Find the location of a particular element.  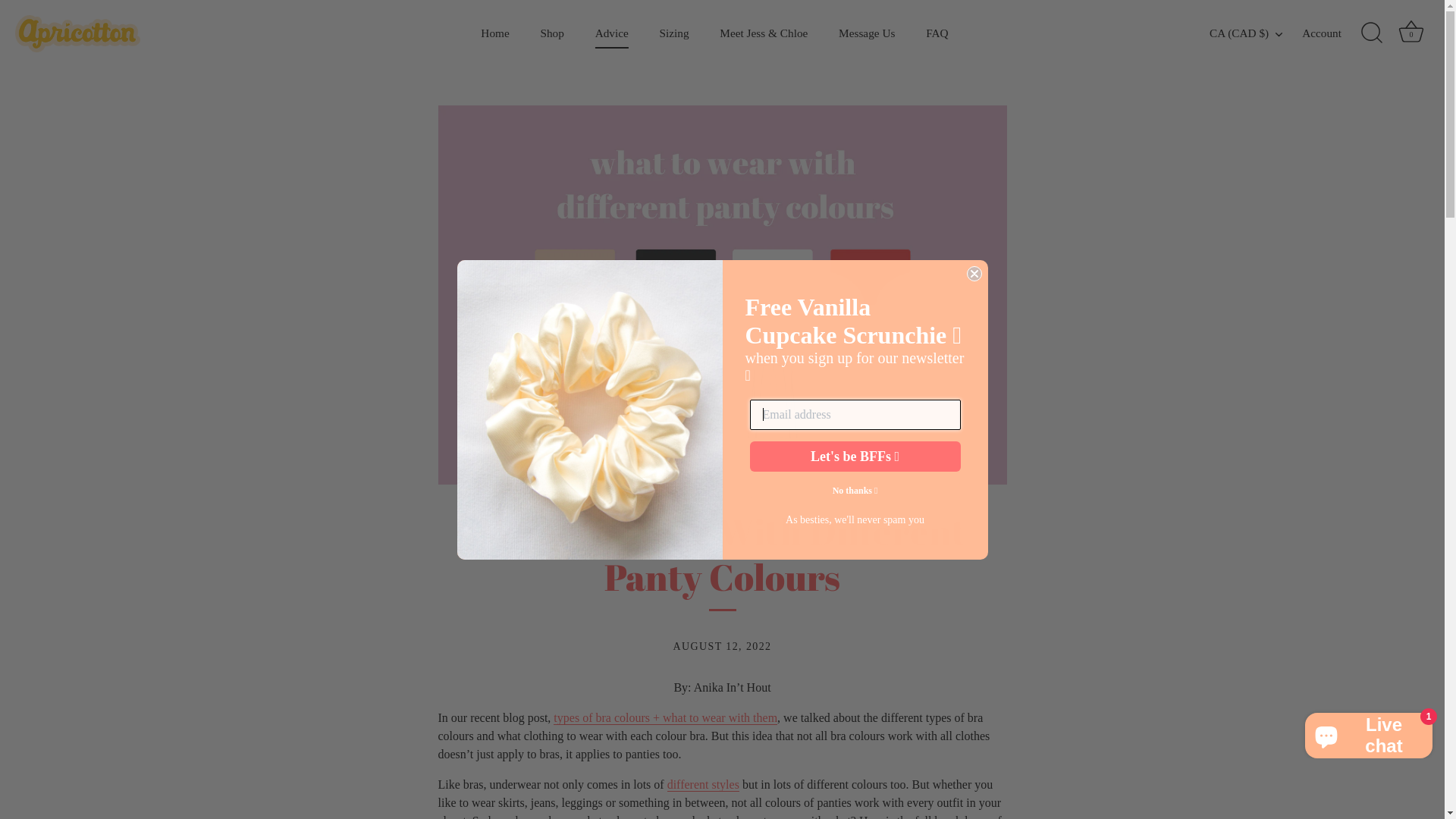

'Account' is located at coordinates (1301, 33).